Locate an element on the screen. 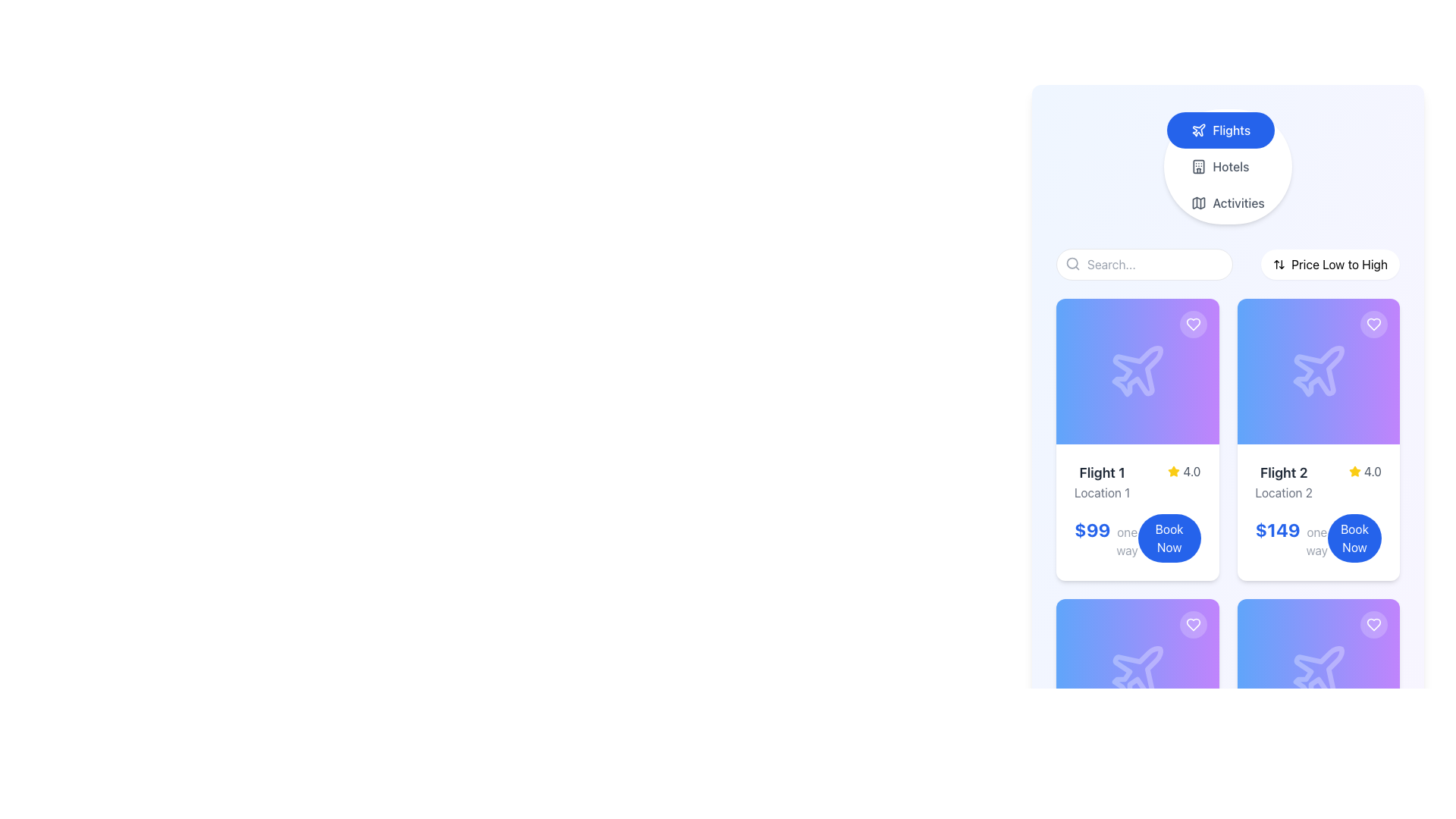 The height and width of the screenshot is (819, 1456). the price and type display component for the one way flight, located under the 'Flight 2' title in the second column of the grid layout is located at coordinates (1291, 537).